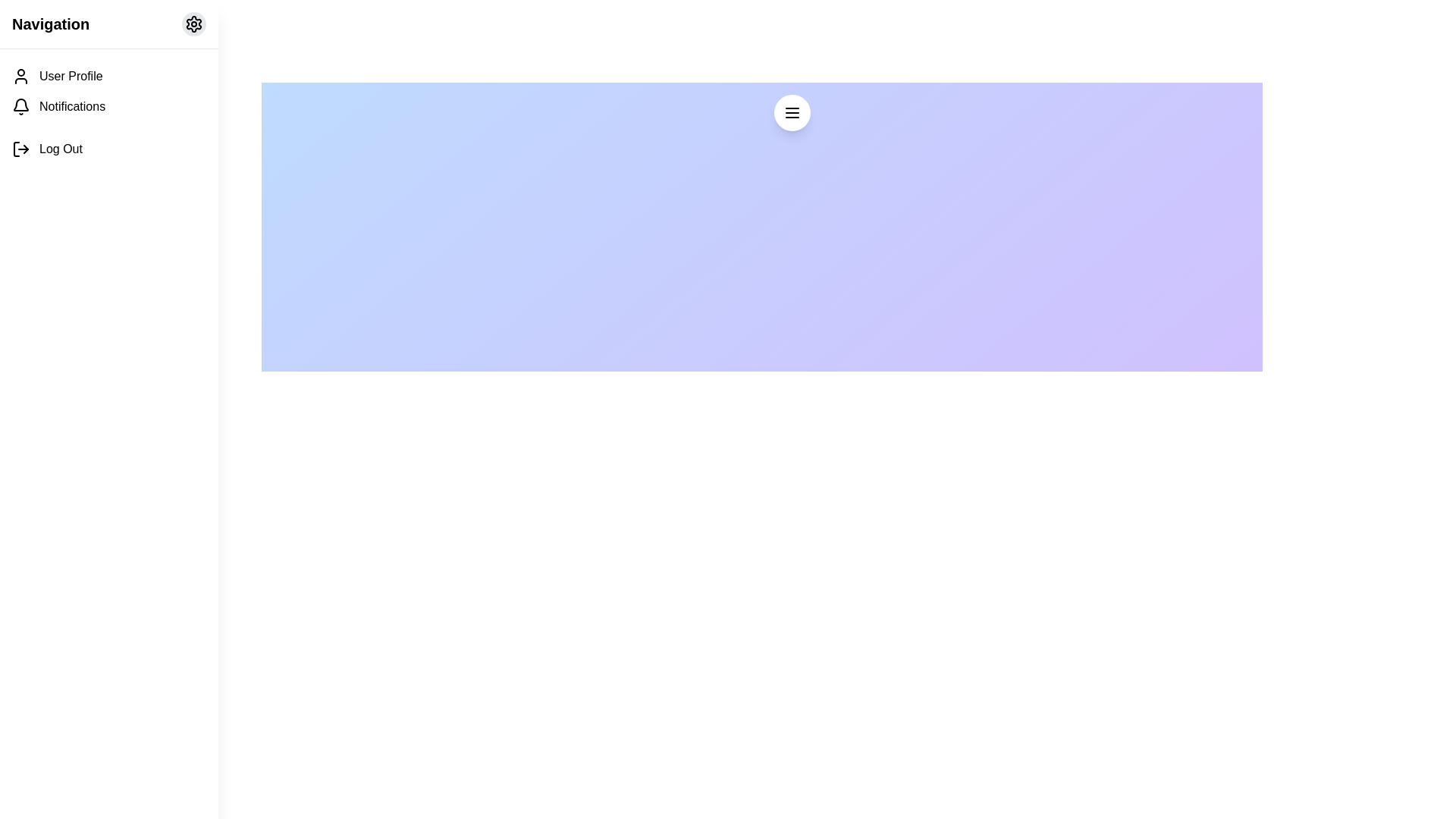  I want to click on the 'Notifications' text label in the vertical navigation menu, which is located below the 'User Profile' entry and above the 'Log Out' entry, so click(71, 106).